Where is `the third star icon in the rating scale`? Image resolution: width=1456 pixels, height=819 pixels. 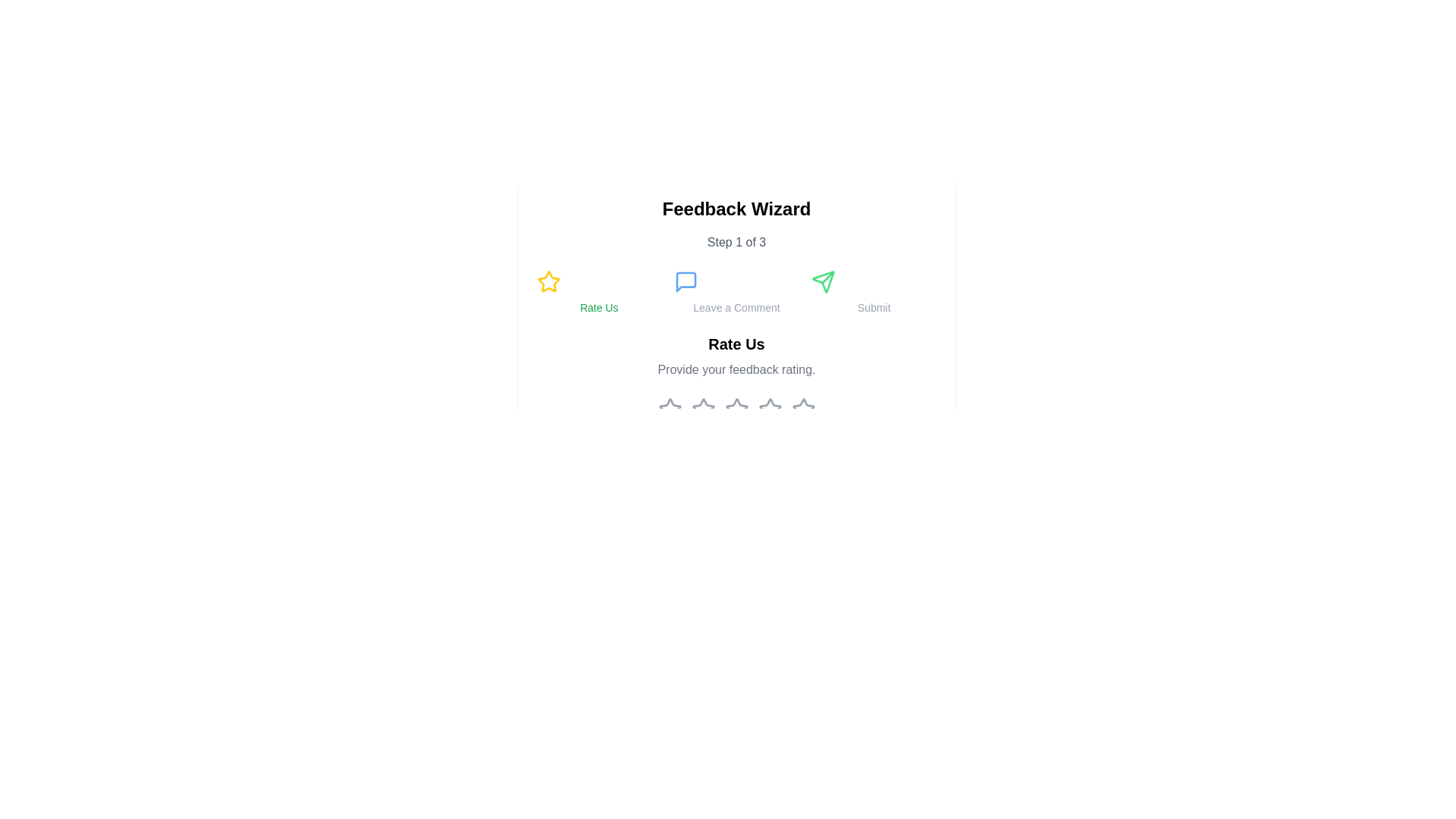 the third star icon in the rating scale is located at coordinates (702, 409).